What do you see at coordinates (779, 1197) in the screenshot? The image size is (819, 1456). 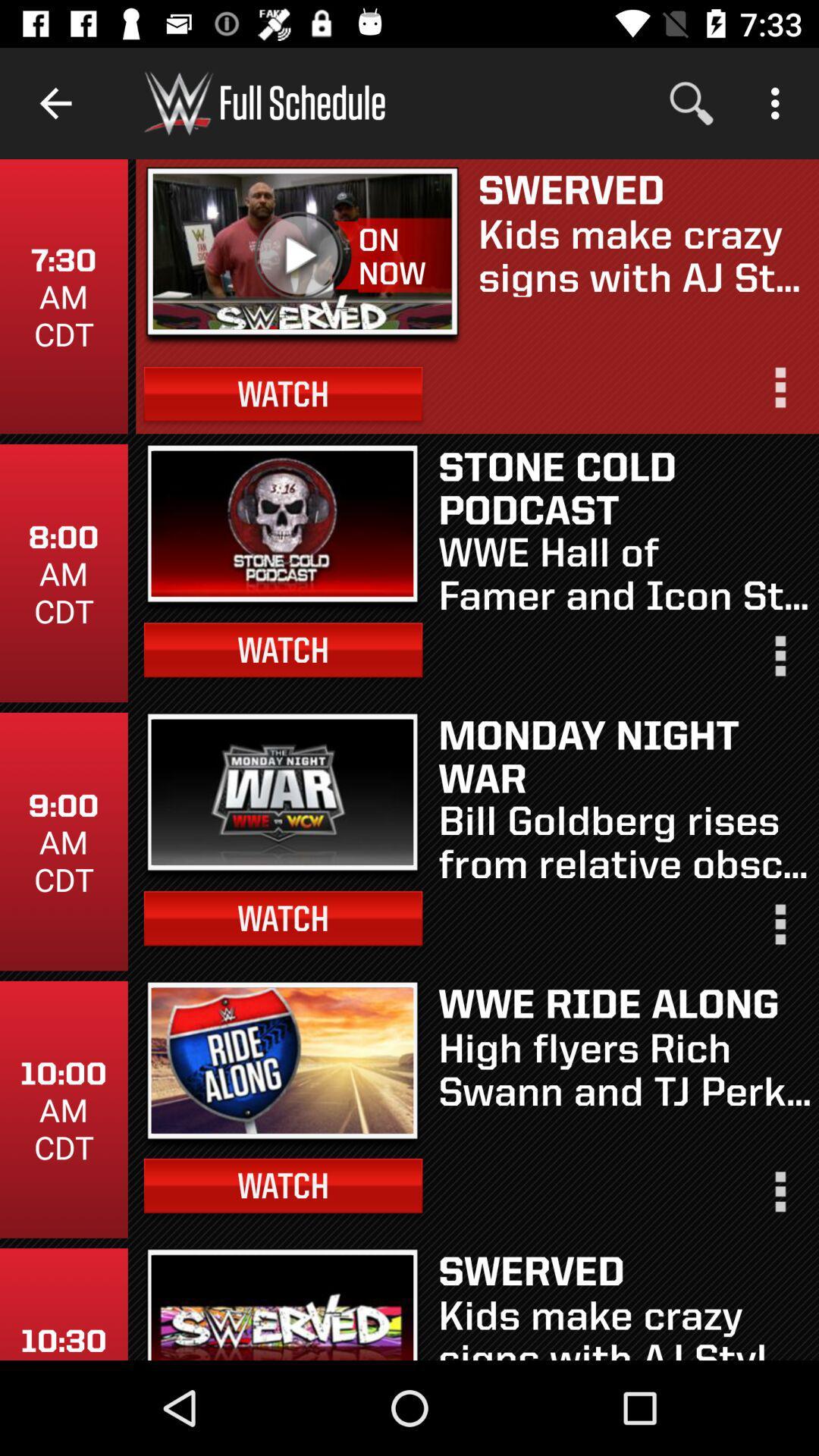 I see `show more infos` at bounding box center [779, 1197].